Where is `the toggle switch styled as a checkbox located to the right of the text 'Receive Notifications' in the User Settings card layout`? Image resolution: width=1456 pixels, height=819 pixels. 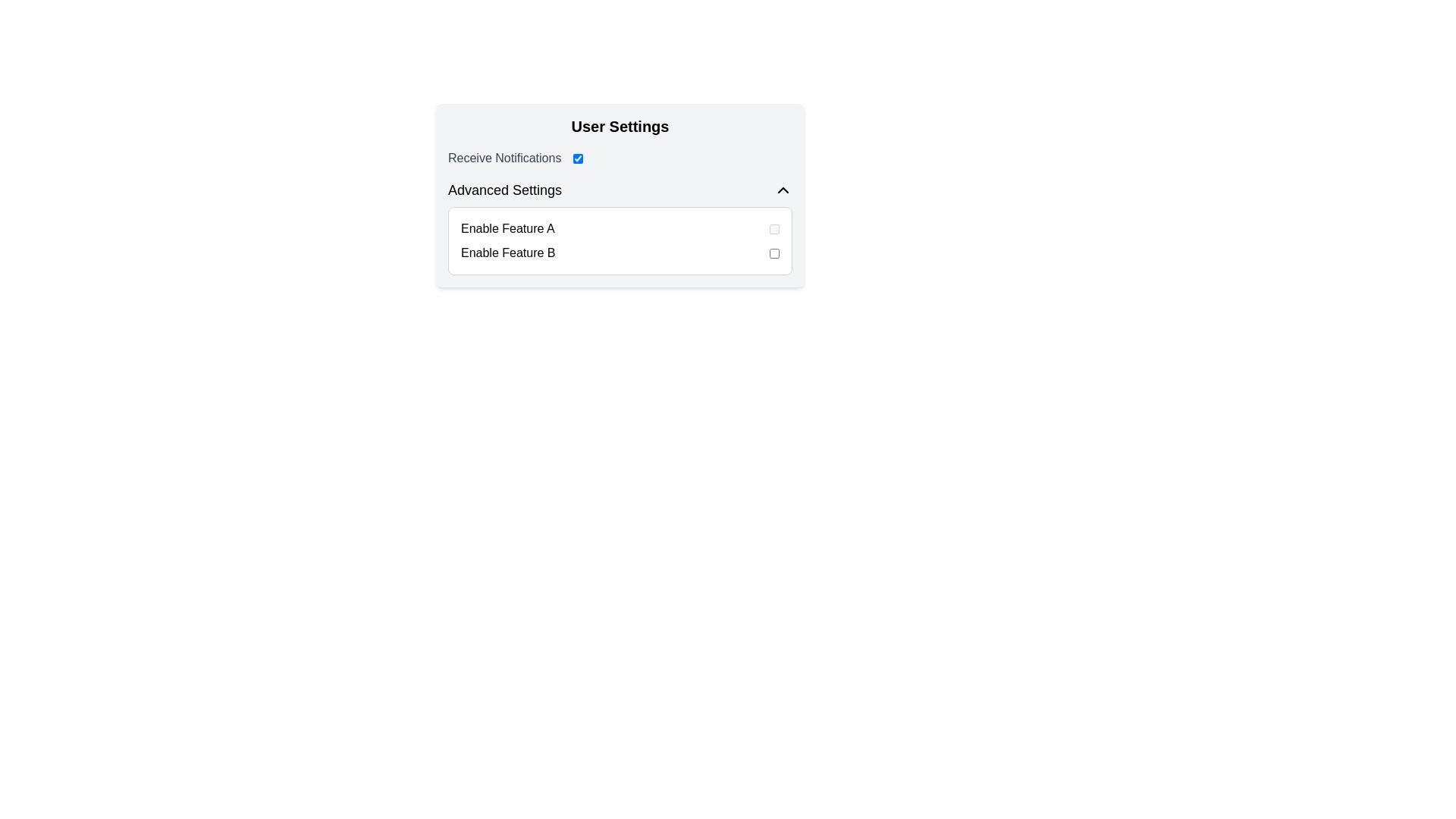
the toggle switch styled as a checkbox located to the right of the text 'Receive Notifications' in the User Settings card layout is located at coordinates (577, 158).